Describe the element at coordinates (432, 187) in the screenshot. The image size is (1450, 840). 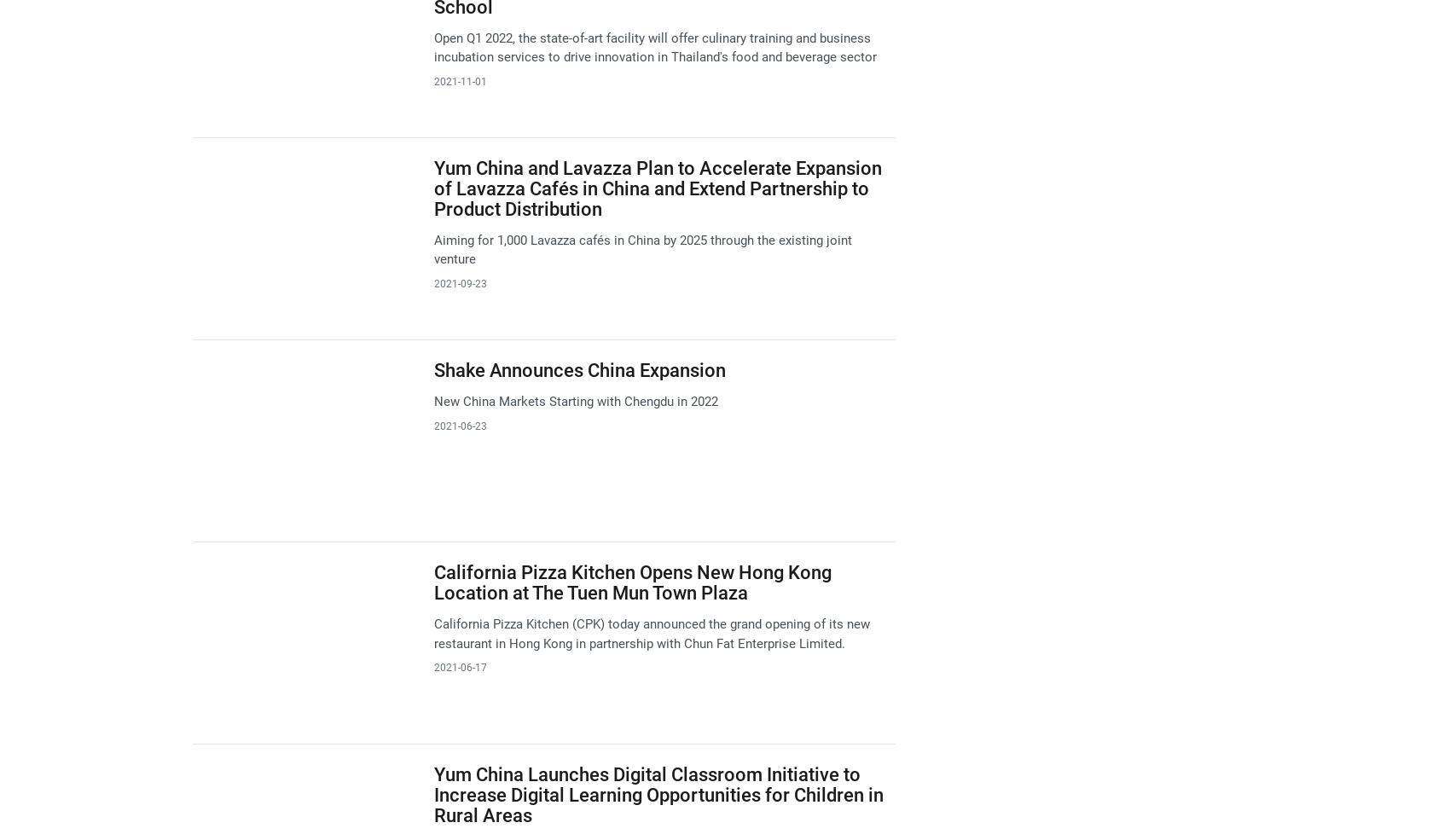
I see `'Yum China and Lavazza Plan to Accelerate Expansion of Lavazza Cafés in China and Extend Partnership to Product Distribution'` at that location.